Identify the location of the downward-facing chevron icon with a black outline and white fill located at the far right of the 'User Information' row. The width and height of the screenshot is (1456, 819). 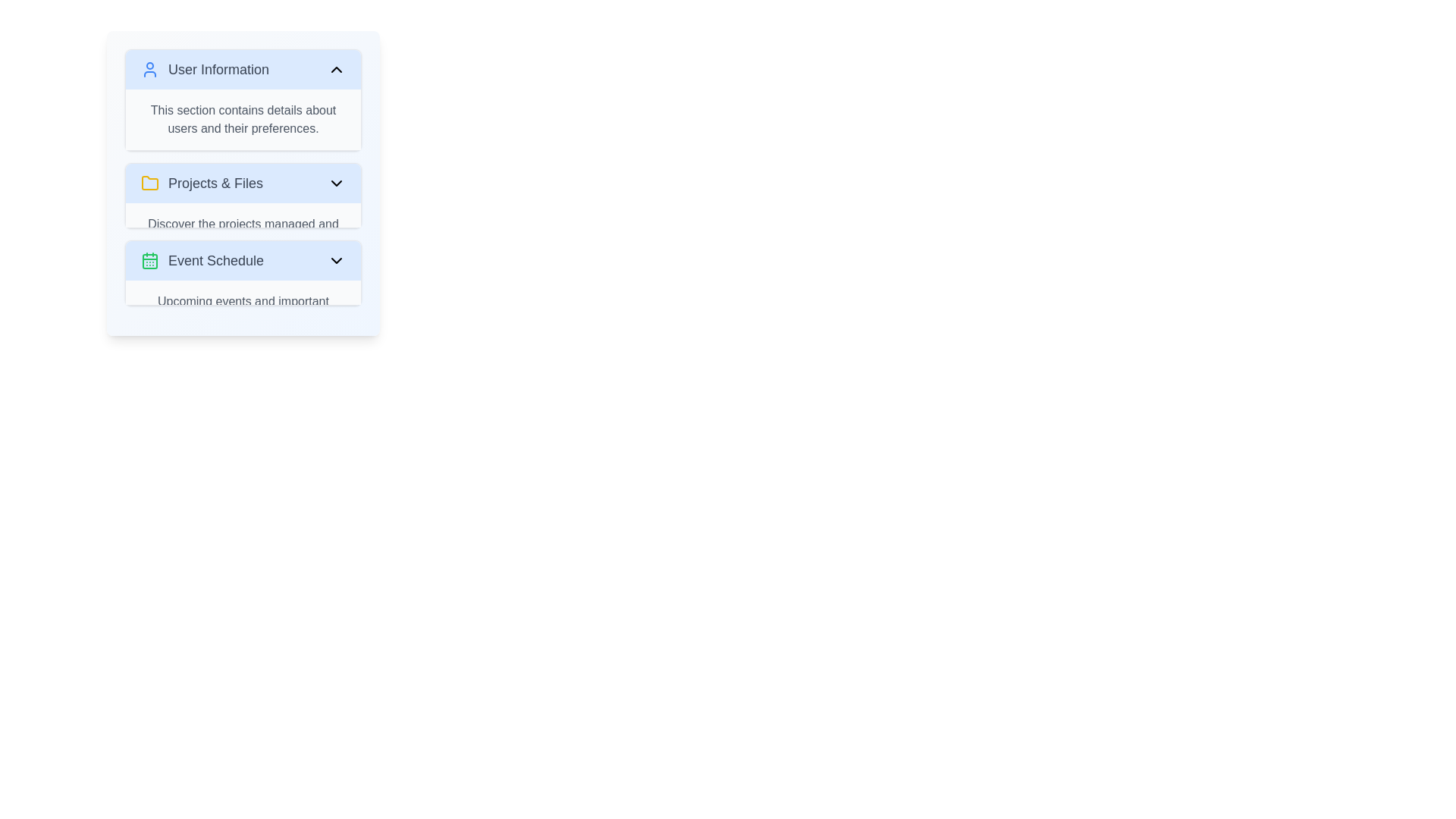
(336, 70).